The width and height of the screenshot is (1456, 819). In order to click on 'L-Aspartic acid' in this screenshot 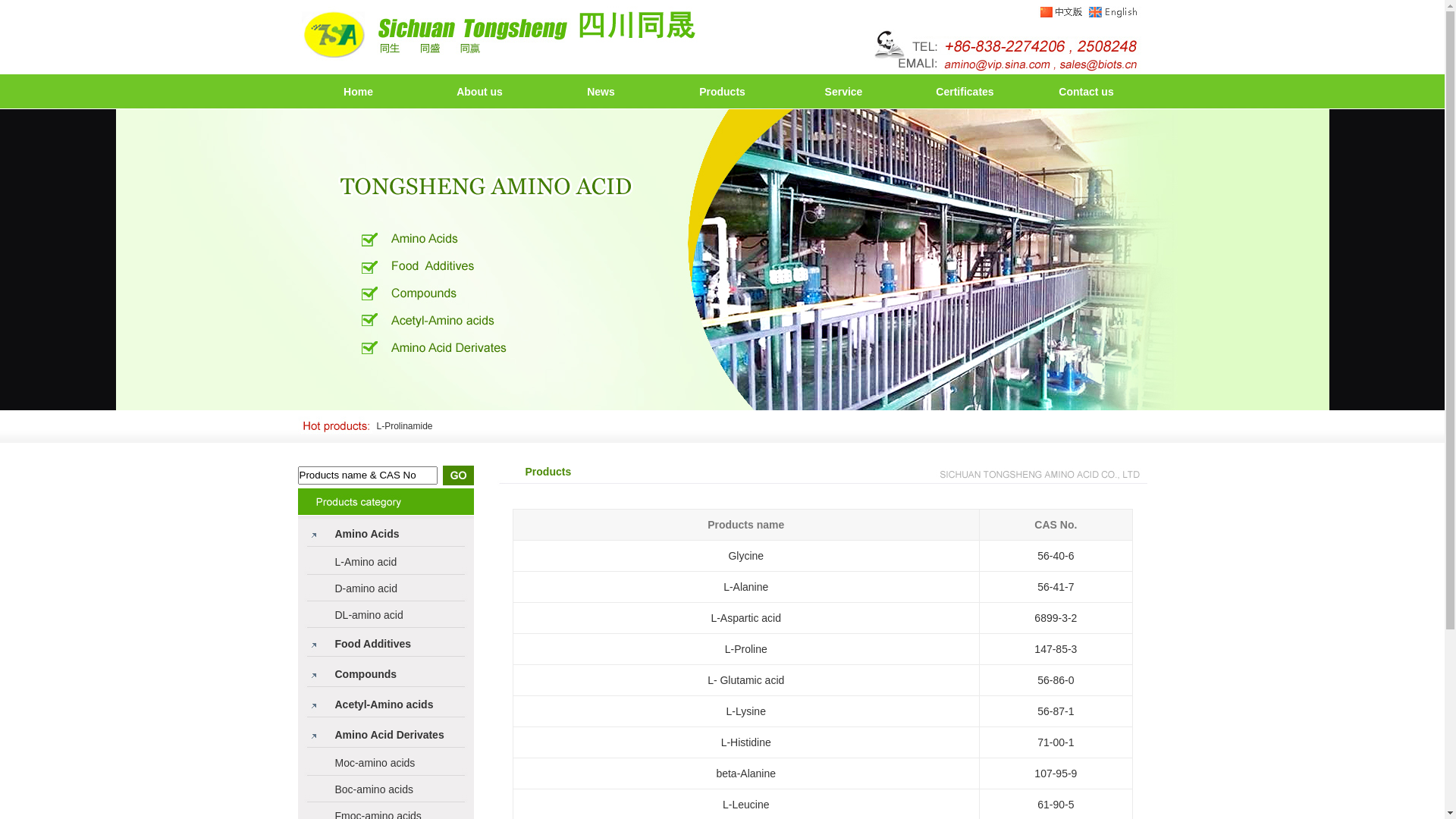, I will do `click(745, 617)`.